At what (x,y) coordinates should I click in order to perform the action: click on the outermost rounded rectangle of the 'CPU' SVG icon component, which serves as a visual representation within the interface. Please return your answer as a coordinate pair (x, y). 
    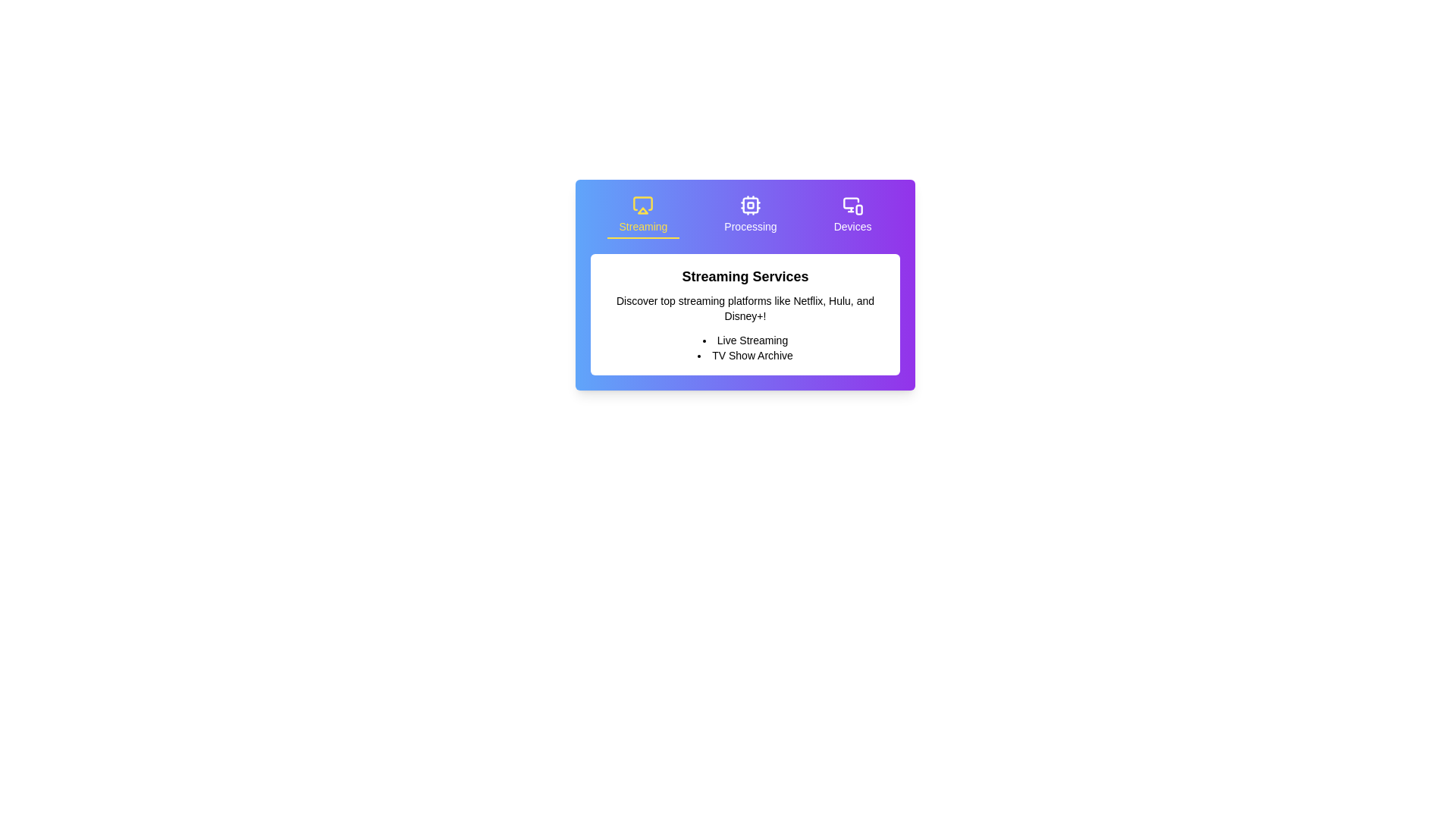
    Looking at the image, I should click on (750, 205).